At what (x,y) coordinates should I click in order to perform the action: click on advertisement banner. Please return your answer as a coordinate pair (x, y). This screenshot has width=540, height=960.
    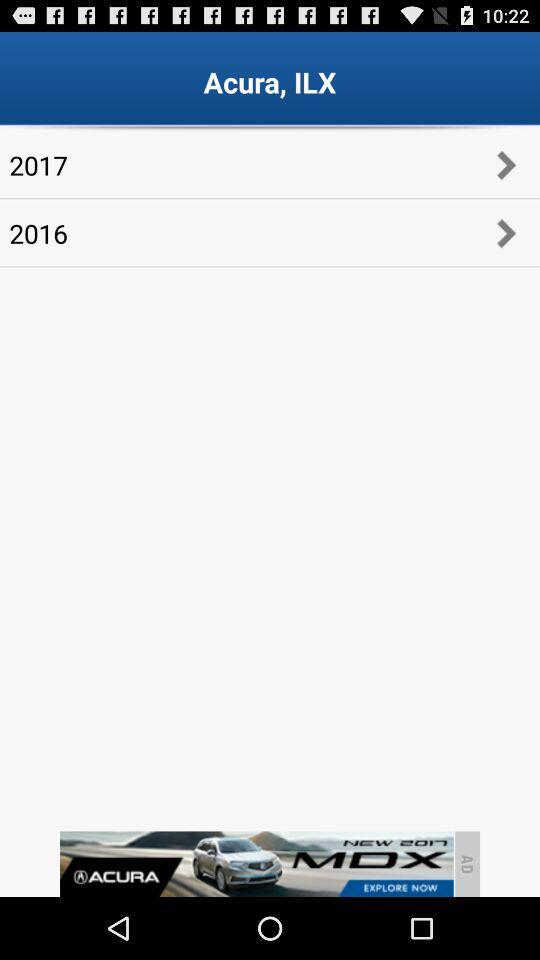
    Looking at the image, I should click on (256, 863).